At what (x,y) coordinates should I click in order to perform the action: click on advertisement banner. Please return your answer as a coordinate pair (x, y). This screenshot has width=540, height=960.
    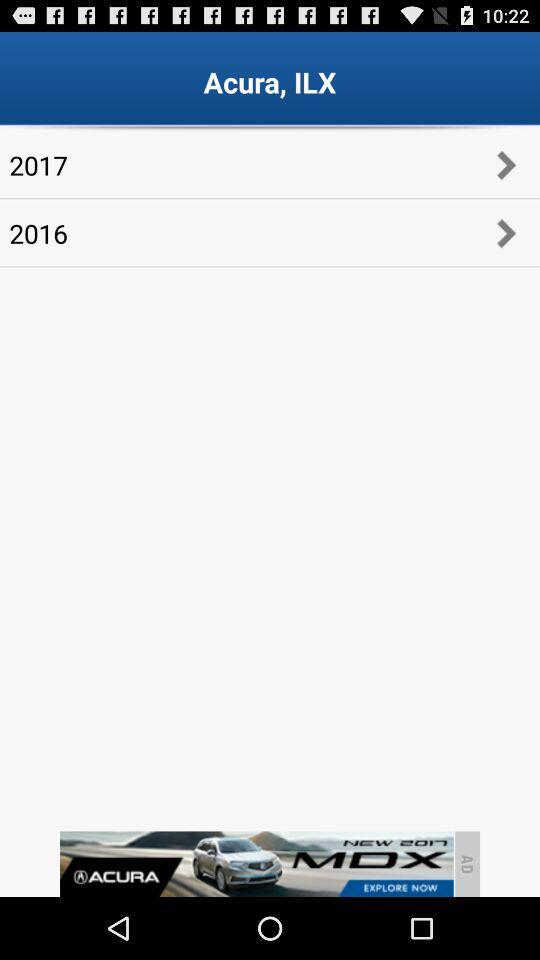
    Looking at the image, I should click on (256, 863).